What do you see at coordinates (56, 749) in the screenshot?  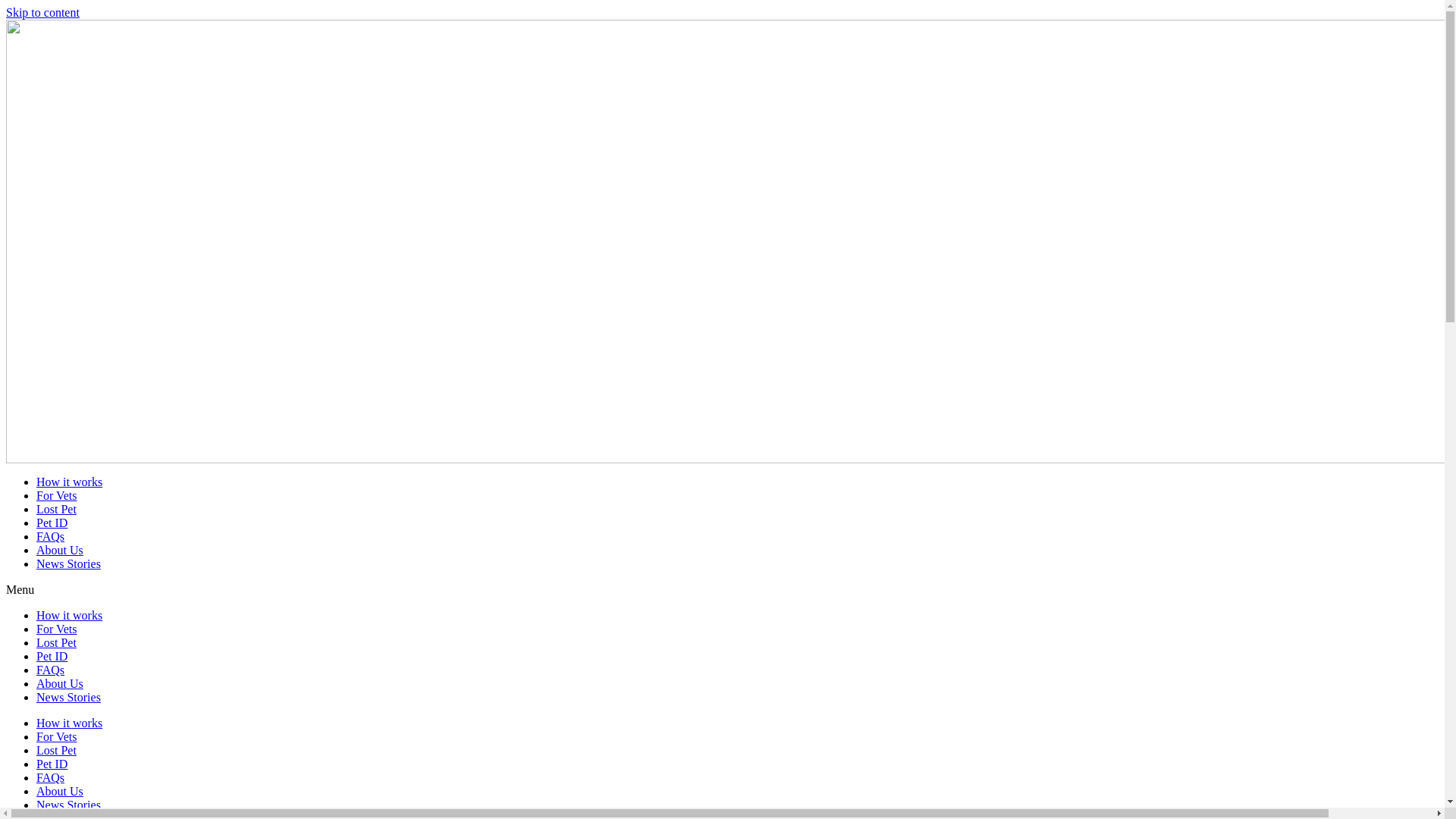 I see `'Lost Pet'` at bounding box center [56, 749].